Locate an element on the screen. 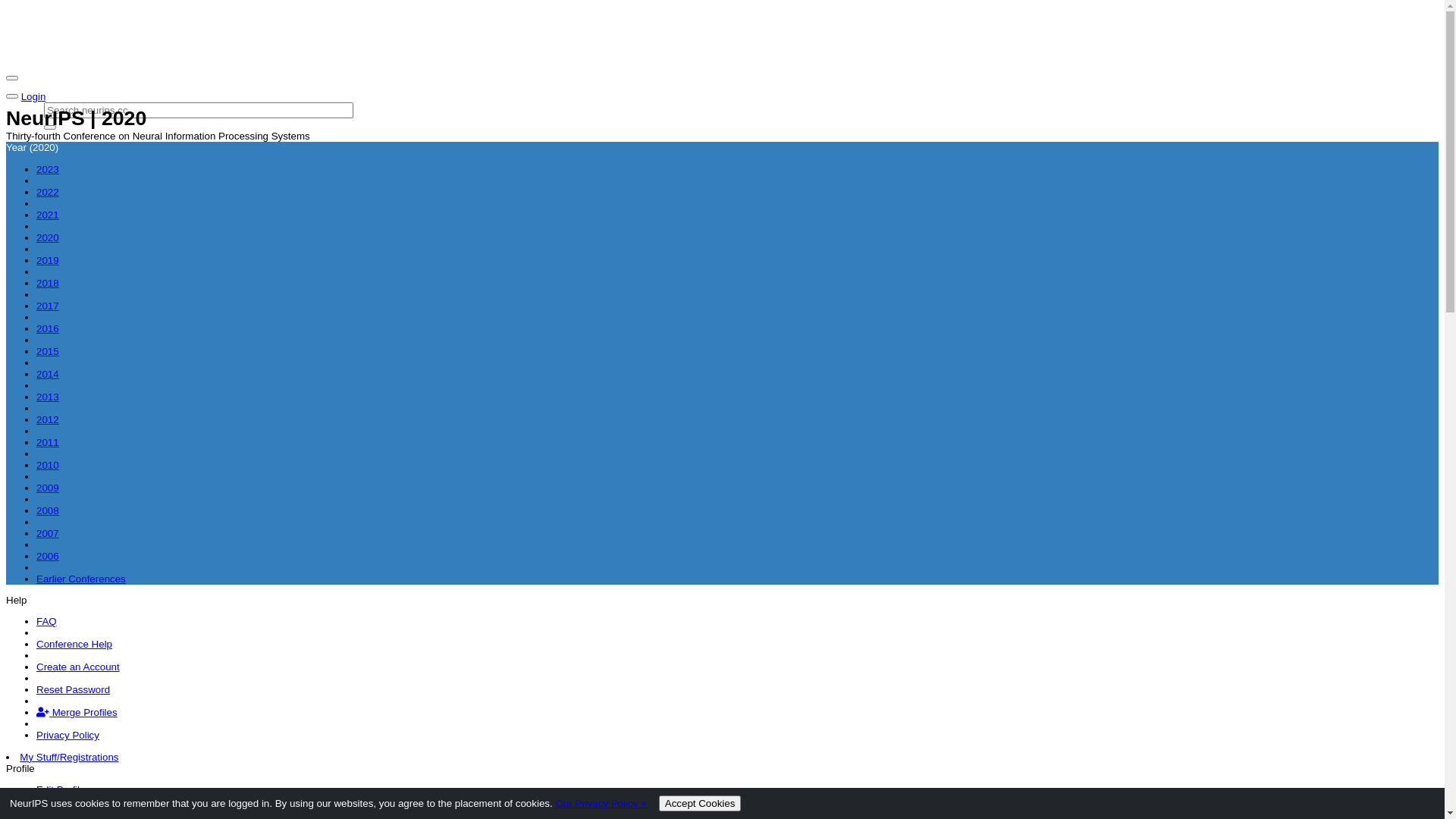  'Create an Account' is located at coordinates (36, 666).